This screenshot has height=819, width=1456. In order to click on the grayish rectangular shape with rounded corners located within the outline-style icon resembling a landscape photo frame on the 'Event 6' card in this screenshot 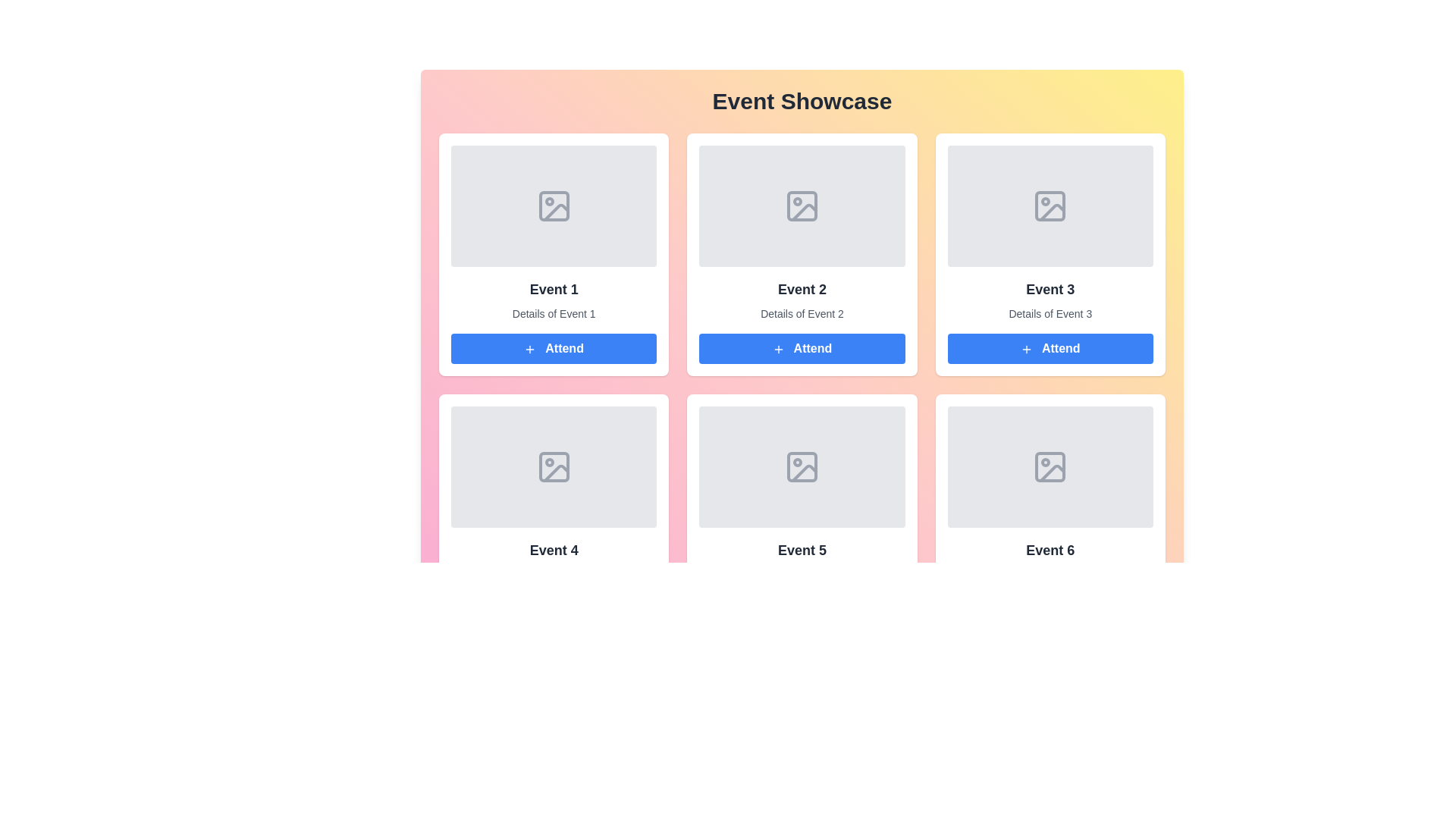, I will do `click(1050, 466)`.